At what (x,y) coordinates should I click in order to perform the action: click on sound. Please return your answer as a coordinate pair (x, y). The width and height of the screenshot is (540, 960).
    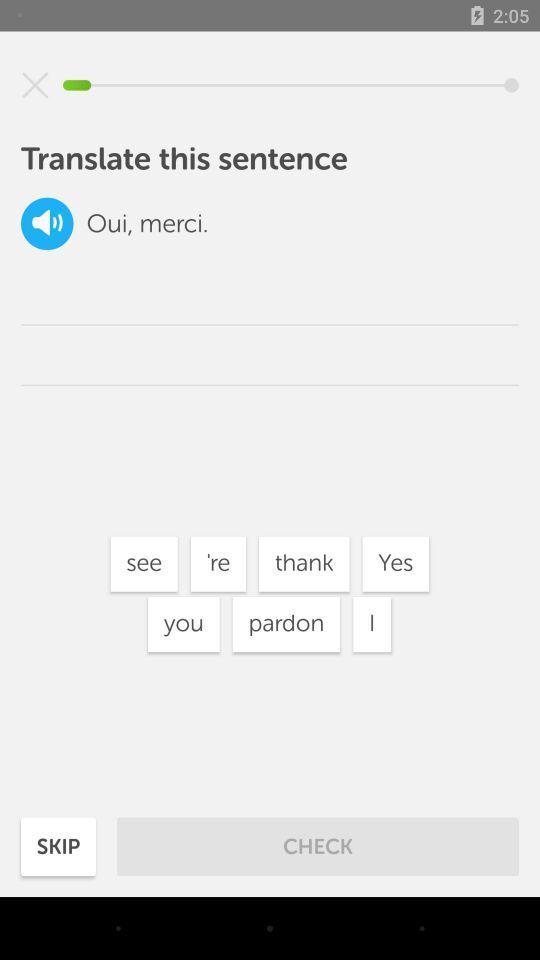
    Looking at the image, I should click on (35, 85).